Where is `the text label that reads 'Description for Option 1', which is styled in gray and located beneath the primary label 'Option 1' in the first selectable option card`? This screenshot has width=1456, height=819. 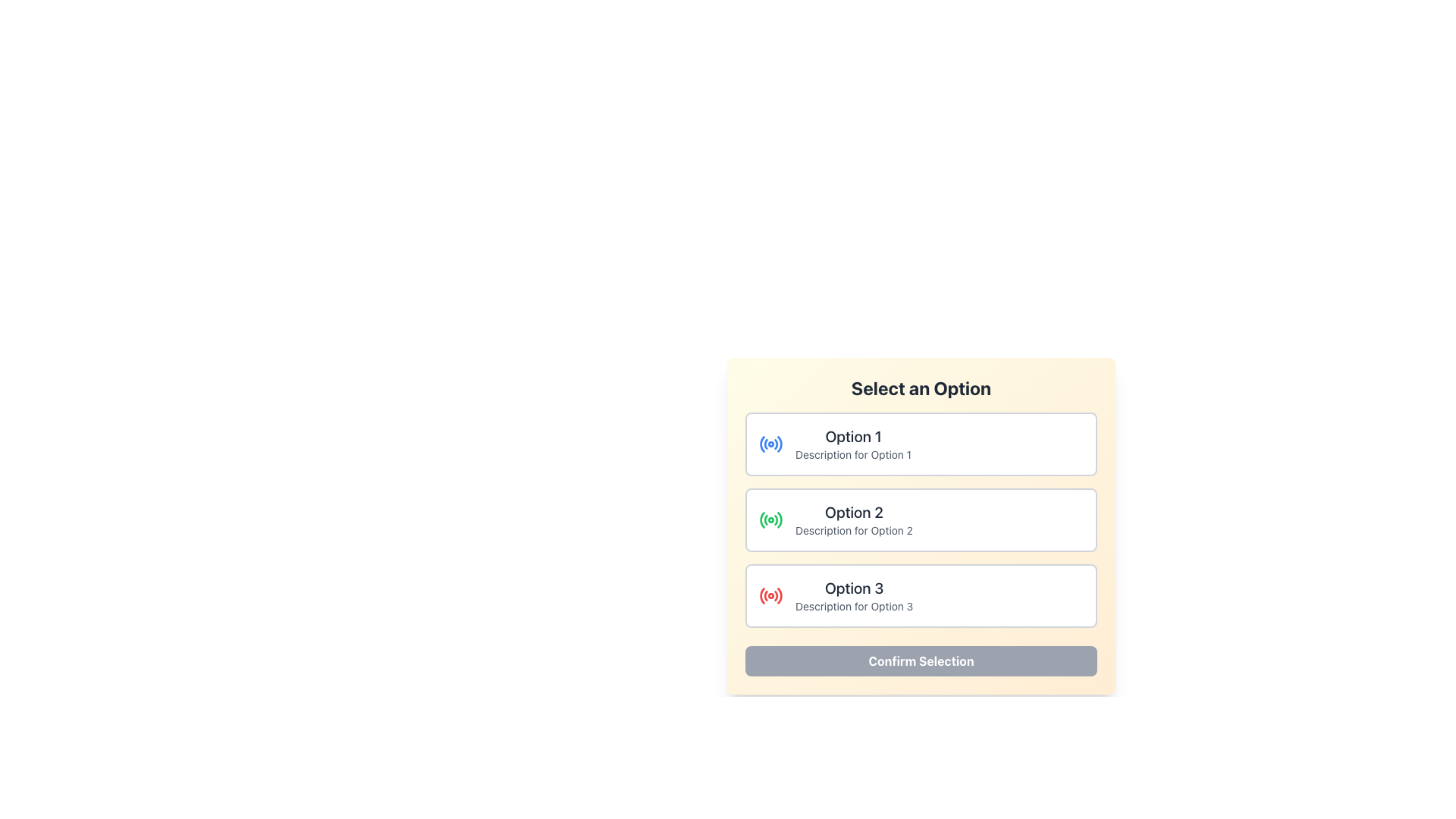
the text label that reads 'Description for Option 1', which is styled in gray and located beneath the primary label 'Option 1' in the first selectable option card is located at coordinates (853, 454).